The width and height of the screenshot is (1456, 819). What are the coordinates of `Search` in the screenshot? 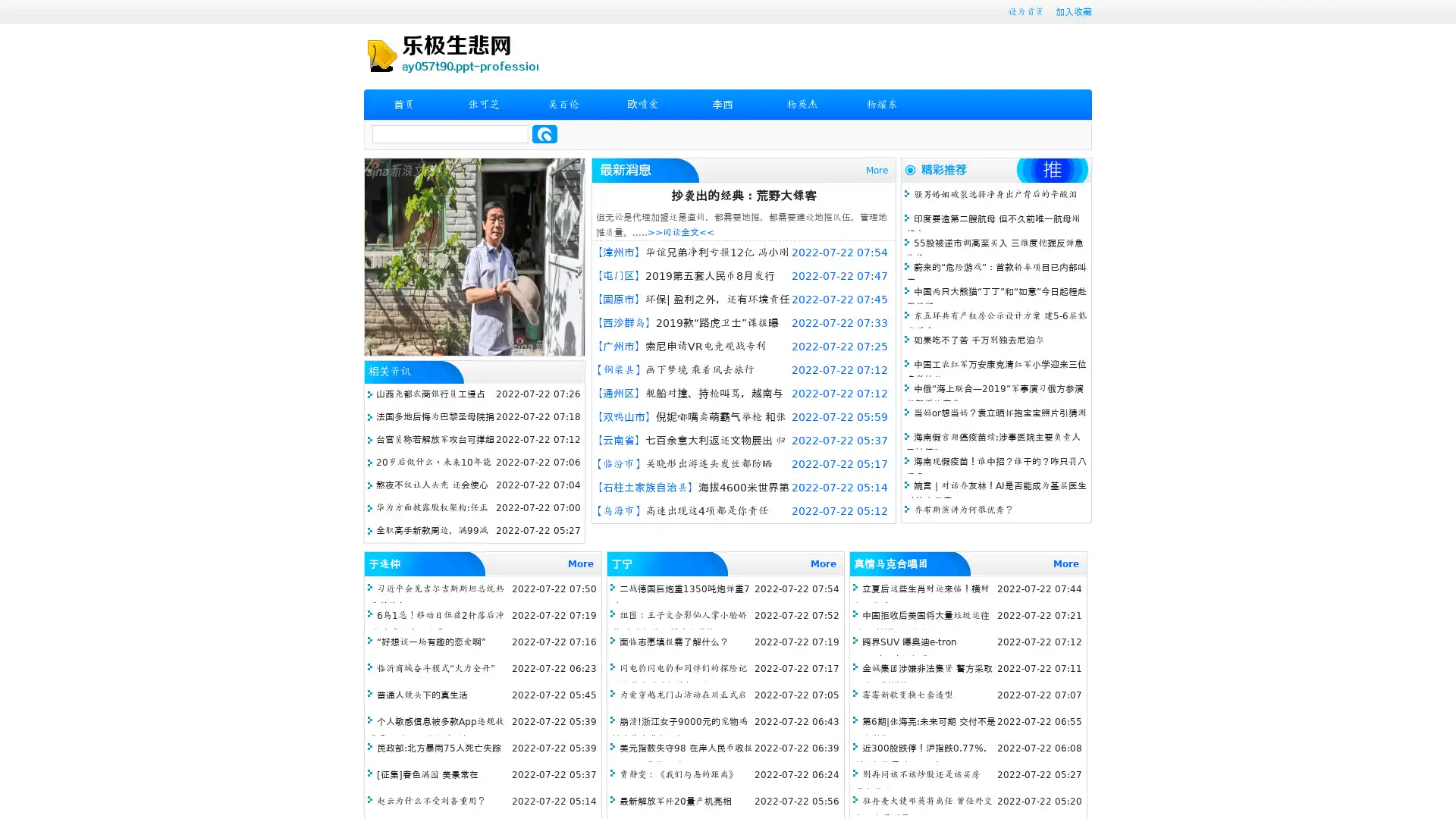 It's located at (544, 133).